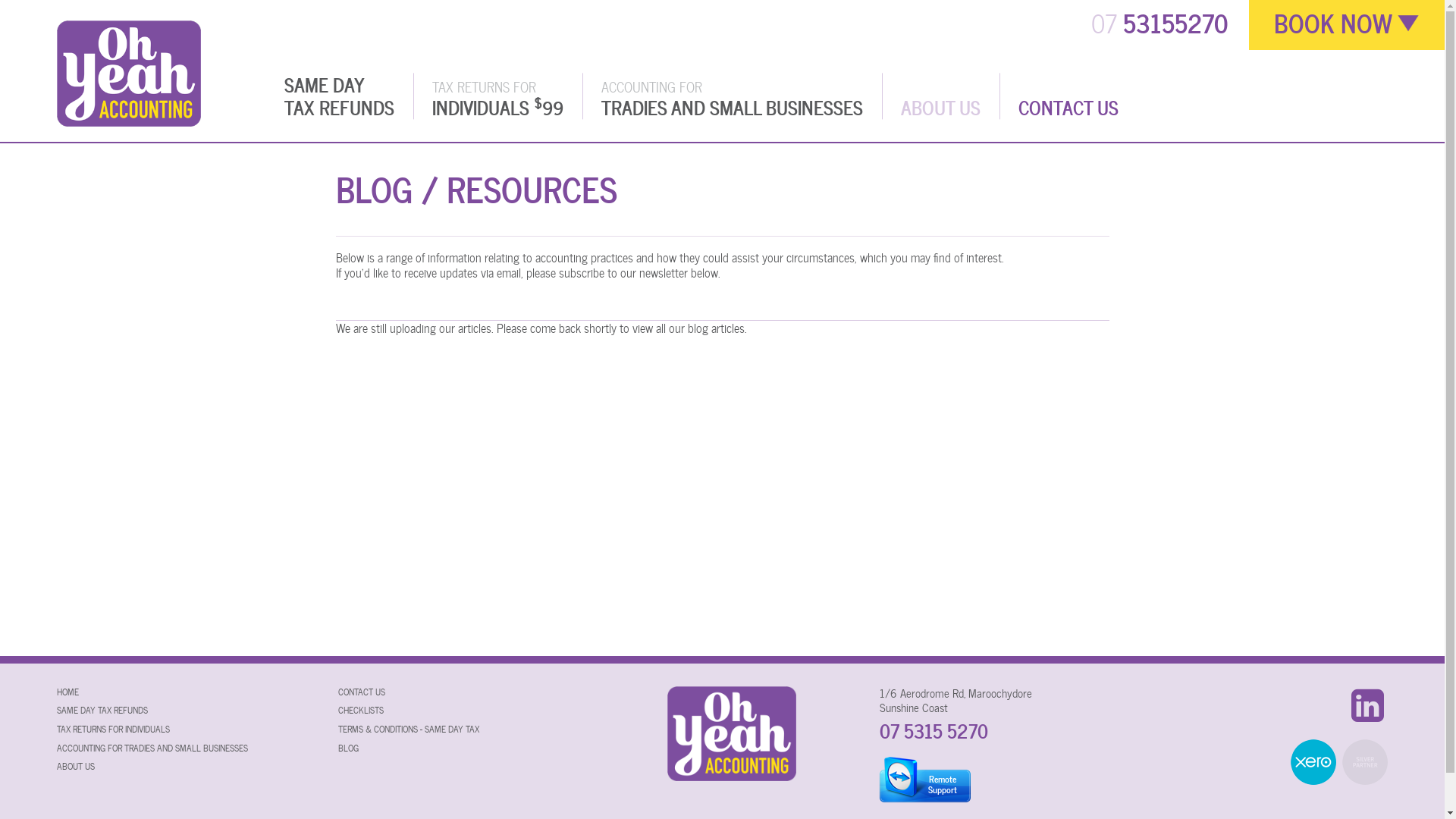  Describe the element at coordinates (924, 780) in the screenshot. I see `'TeamViewer for Remote Support'` at that location.